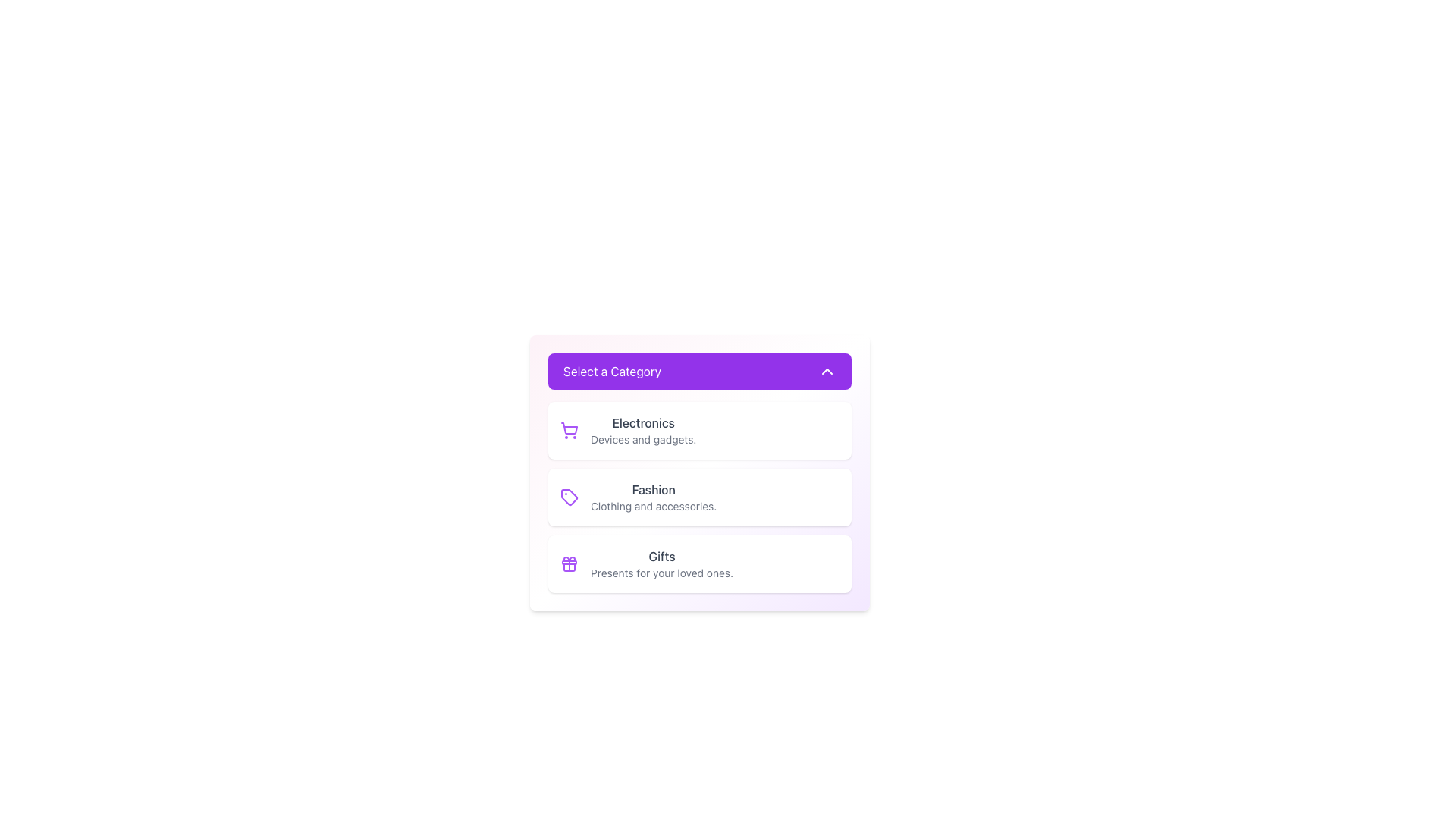  What do you see at coordinates (643, 439) in the screenshot?
I see `the Text Label that provides a descriptive supplement to the category title 'Electronics', located beneath the title in the first category section of the dropdown interface` at bounding box center [643, 439].